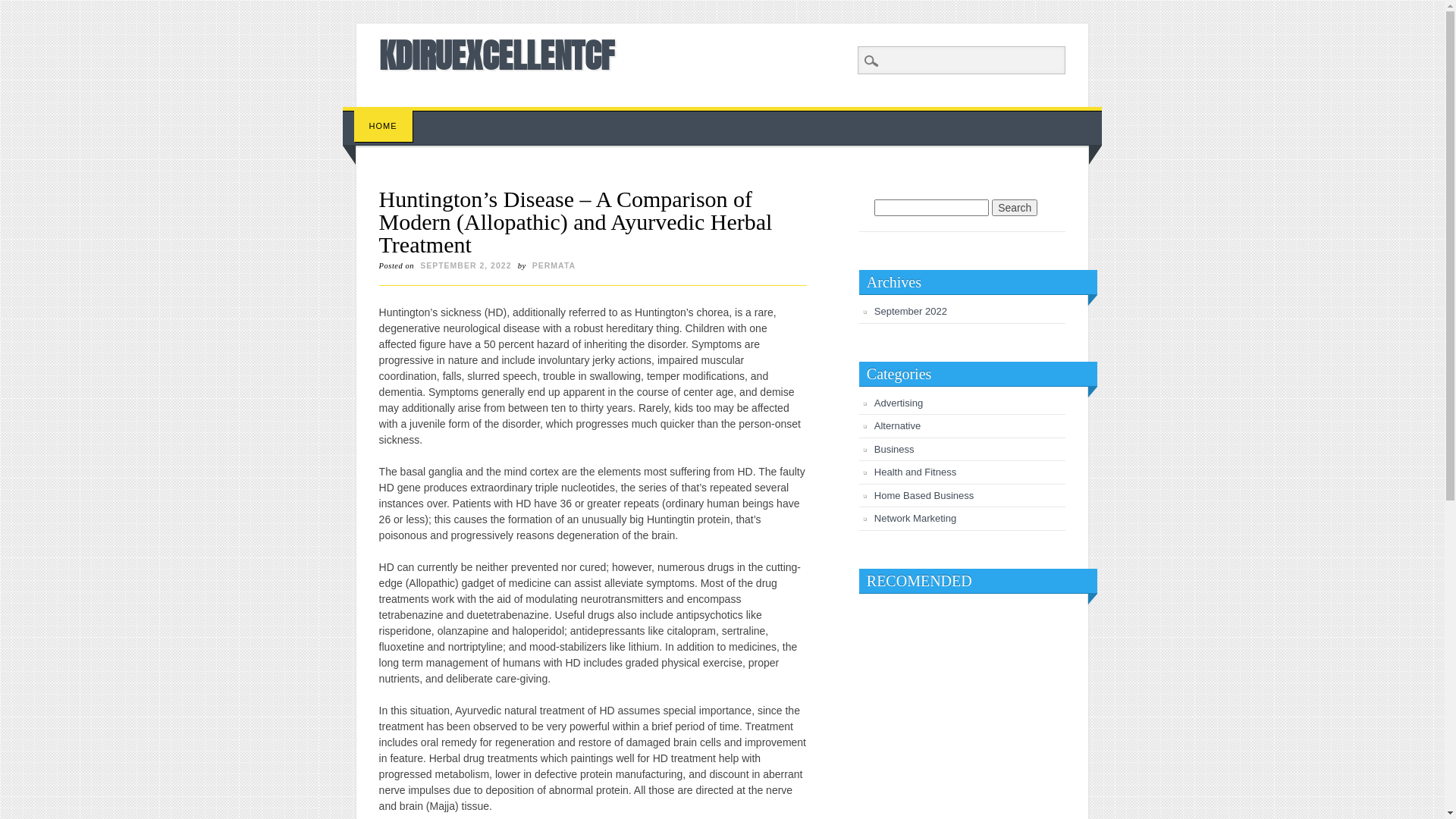 The image size is (1456, 819). What do you see at coordinates (914, 517) in the screenshot?
I see `'Network Marketing'` at bounding box center [914, 517].